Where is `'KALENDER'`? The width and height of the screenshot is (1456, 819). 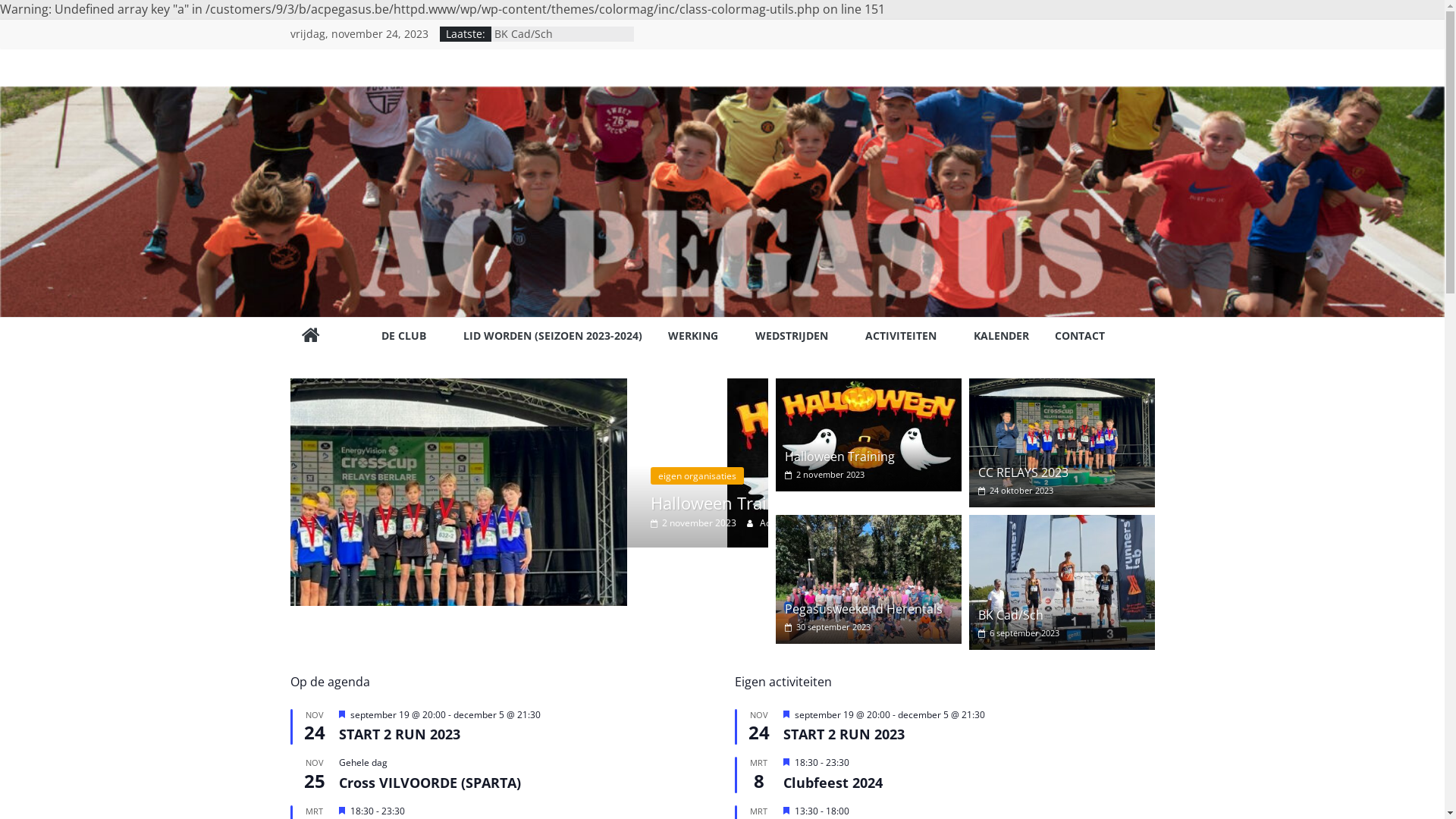
'KALENDER' is located at coordinates (973, 335).